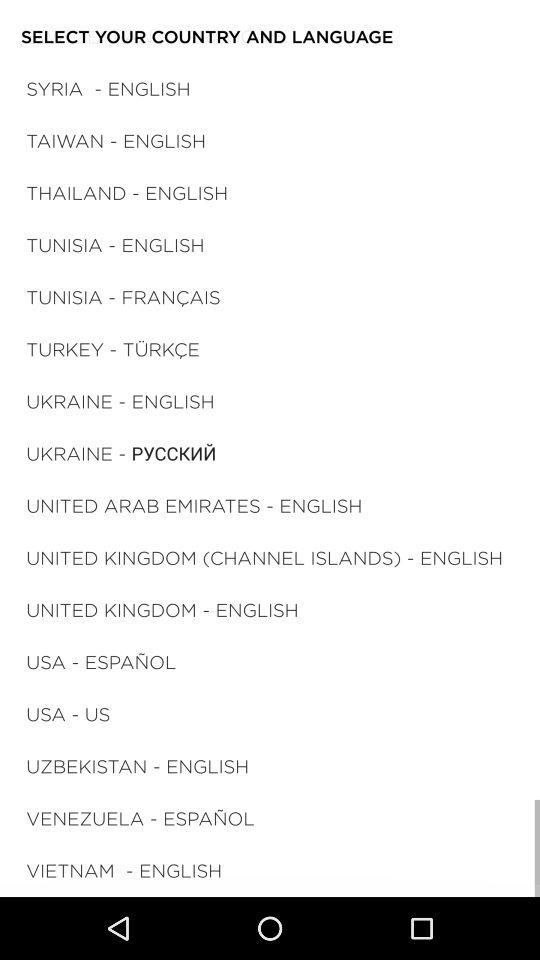 The image size is (540, 960). What do you see at coordinates (116, 139) in the screenshot?
I see `the item above thailand - english icon` at bounding box center [116, 139].